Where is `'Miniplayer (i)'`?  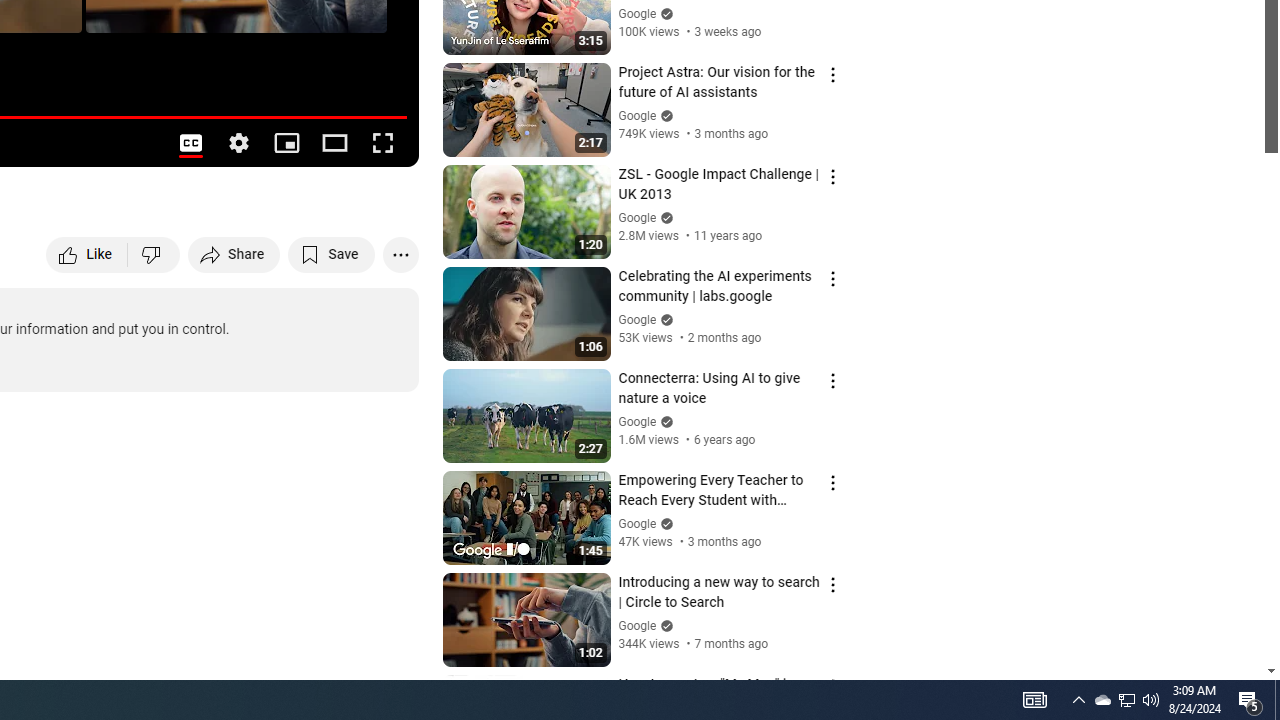 'Miniplayer (i)' is located at coordinates (285, 141).